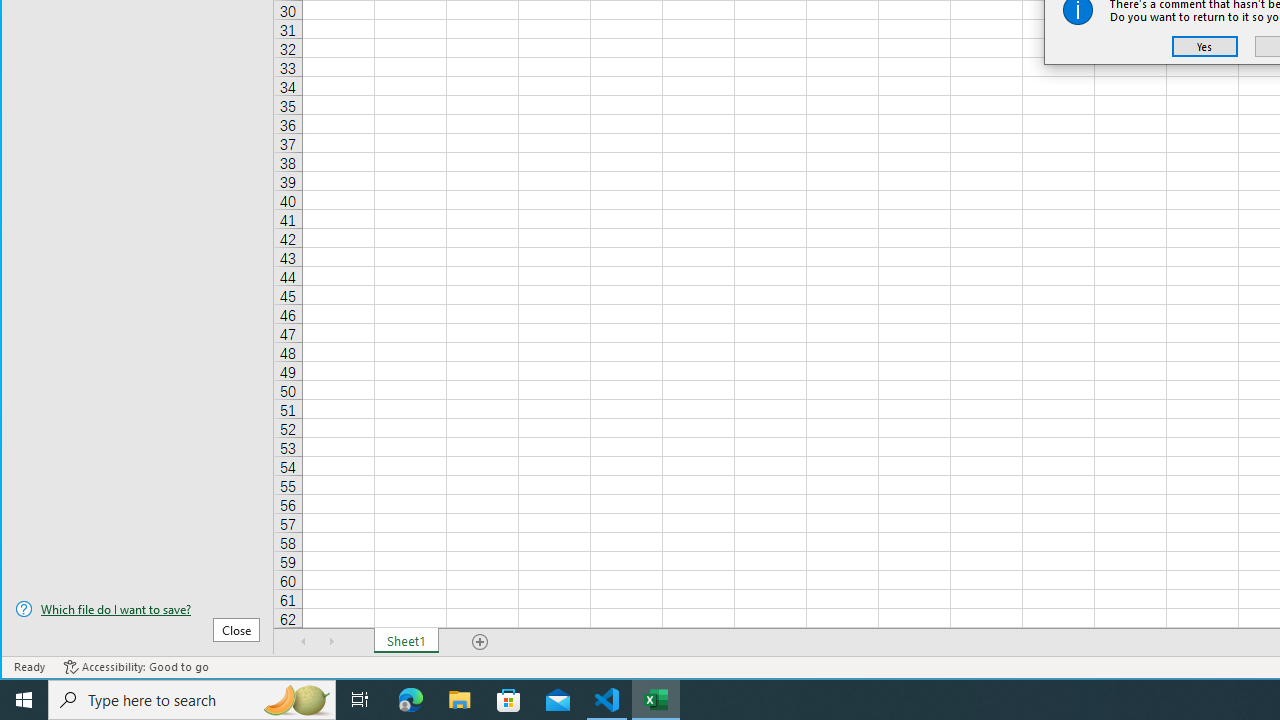 This screenshot has width=1280, height=720. I want to click on 'Search highlights icon opens search home window', so click(294, 698).